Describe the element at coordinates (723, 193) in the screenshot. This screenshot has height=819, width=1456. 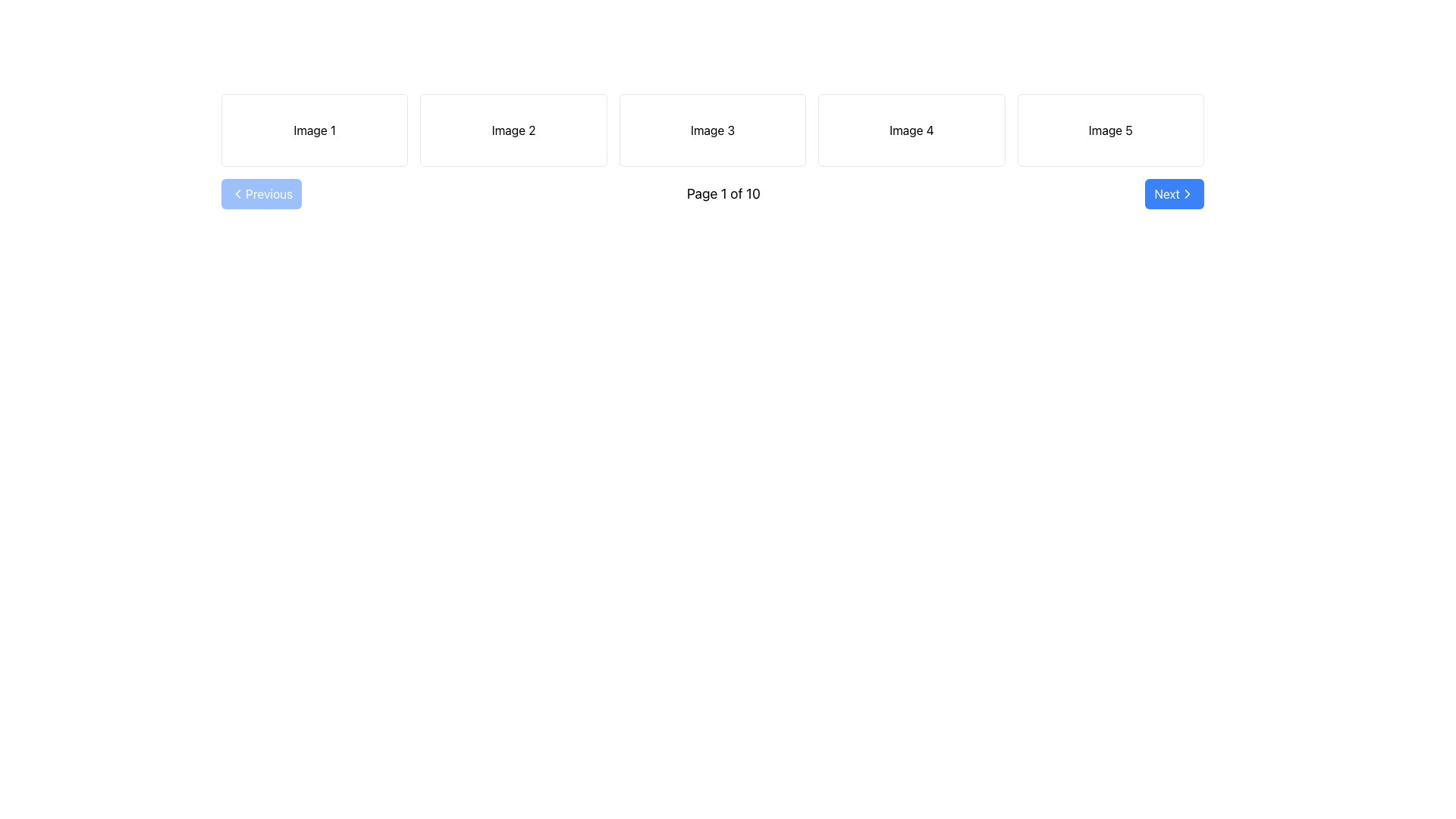
I see `the Text label displaying 'Page 1 of 10' located in the center of the pagination control bar, between the 'Previous' and 'Next' buttons` at that location.